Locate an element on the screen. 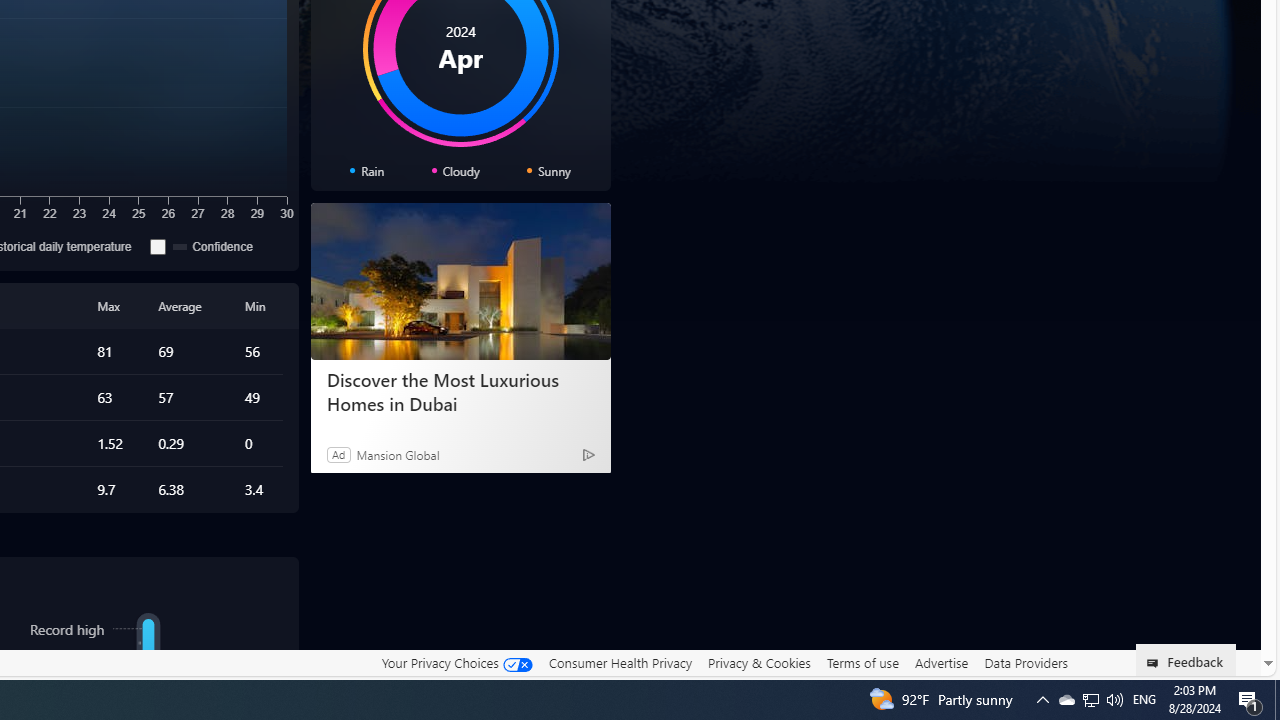 The width and height of the screenshot is (1280, 720). 'Your Privacy Choices' is located at coordinates (455, 662).